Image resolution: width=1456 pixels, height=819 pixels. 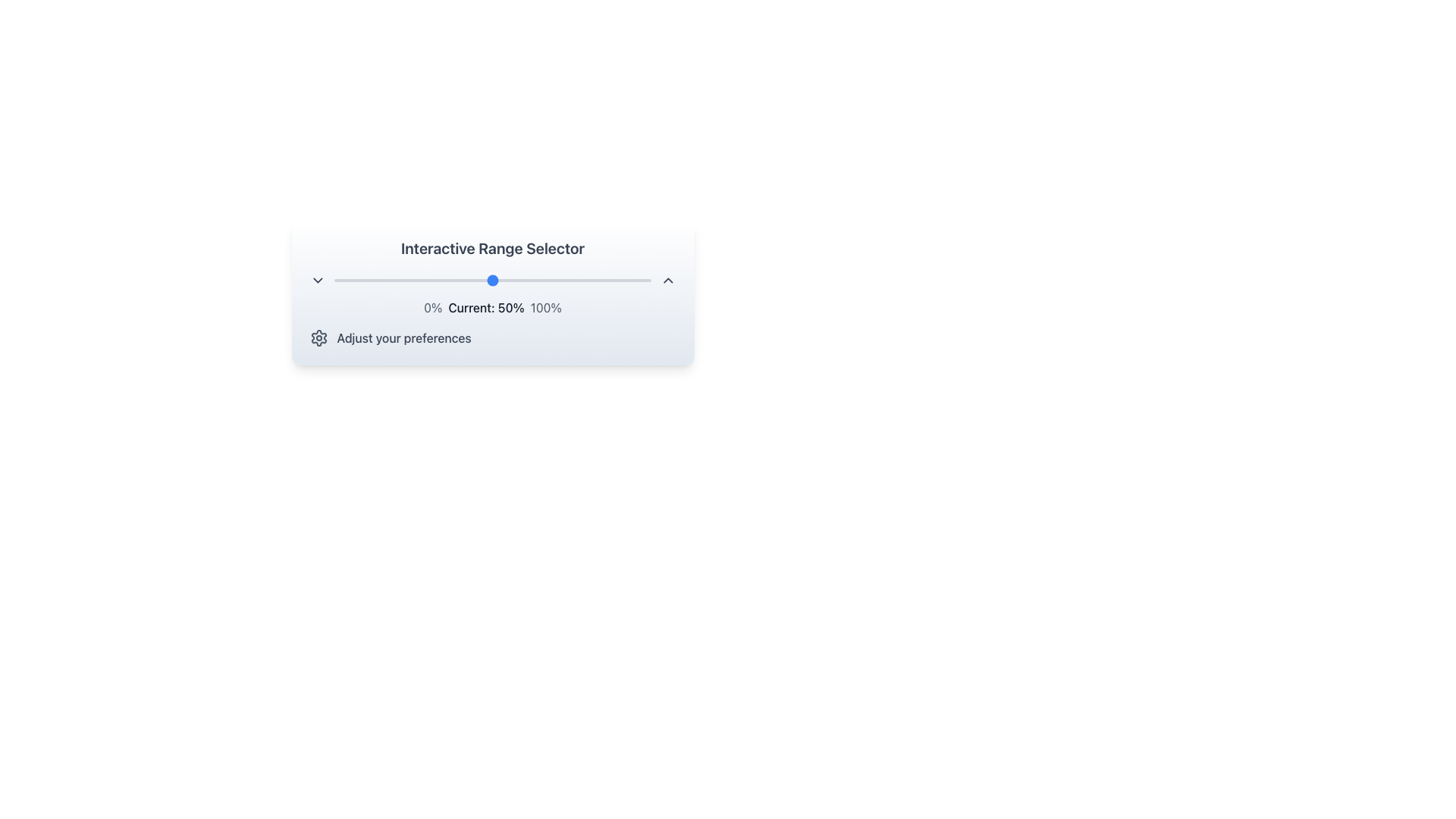 What do you see at coordinates (404, 337) in the screenshot?
I see `the text label displaying 'Adjust your preferences', which is styled in medium font weight and gray color, located to the right of the gear icon` at bounding box center [404, 337].